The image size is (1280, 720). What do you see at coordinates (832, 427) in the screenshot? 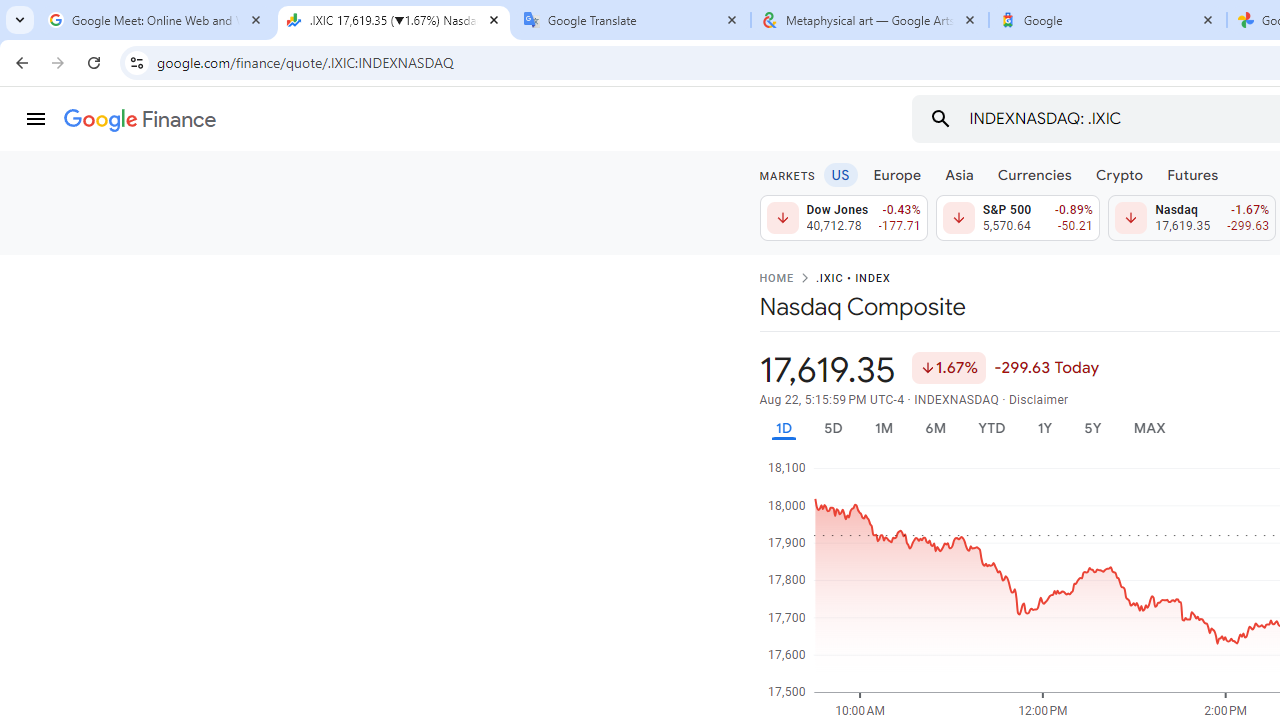
I see `'5D'` at bounding box center [832, 427].